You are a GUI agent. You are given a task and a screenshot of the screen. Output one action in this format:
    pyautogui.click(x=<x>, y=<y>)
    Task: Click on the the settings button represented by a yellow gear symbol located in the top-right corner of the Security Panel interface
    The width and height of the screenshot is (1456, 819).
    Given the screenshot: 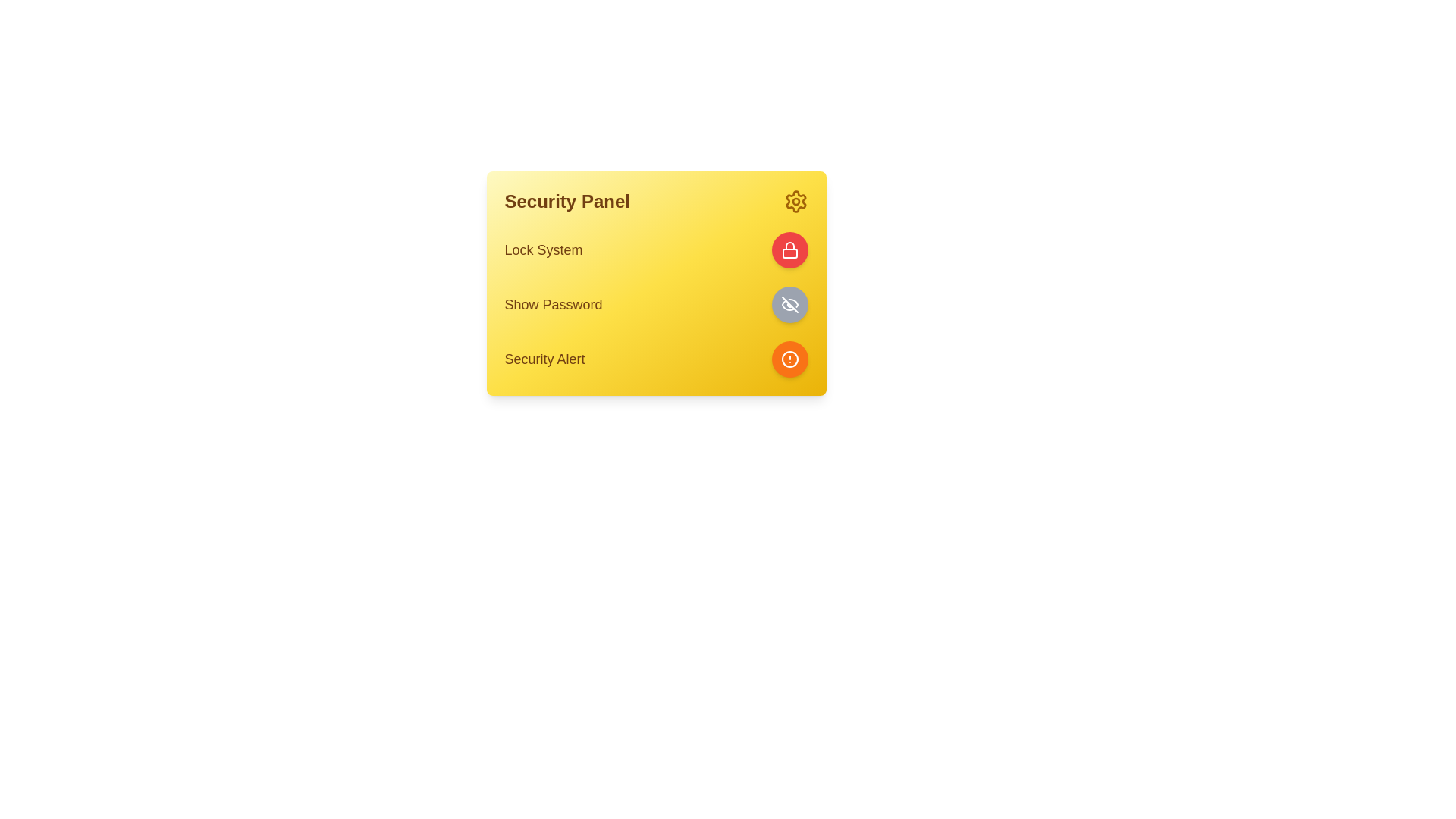 What is the action you would take?
    pyautogui.click(x=795, y=201)
    